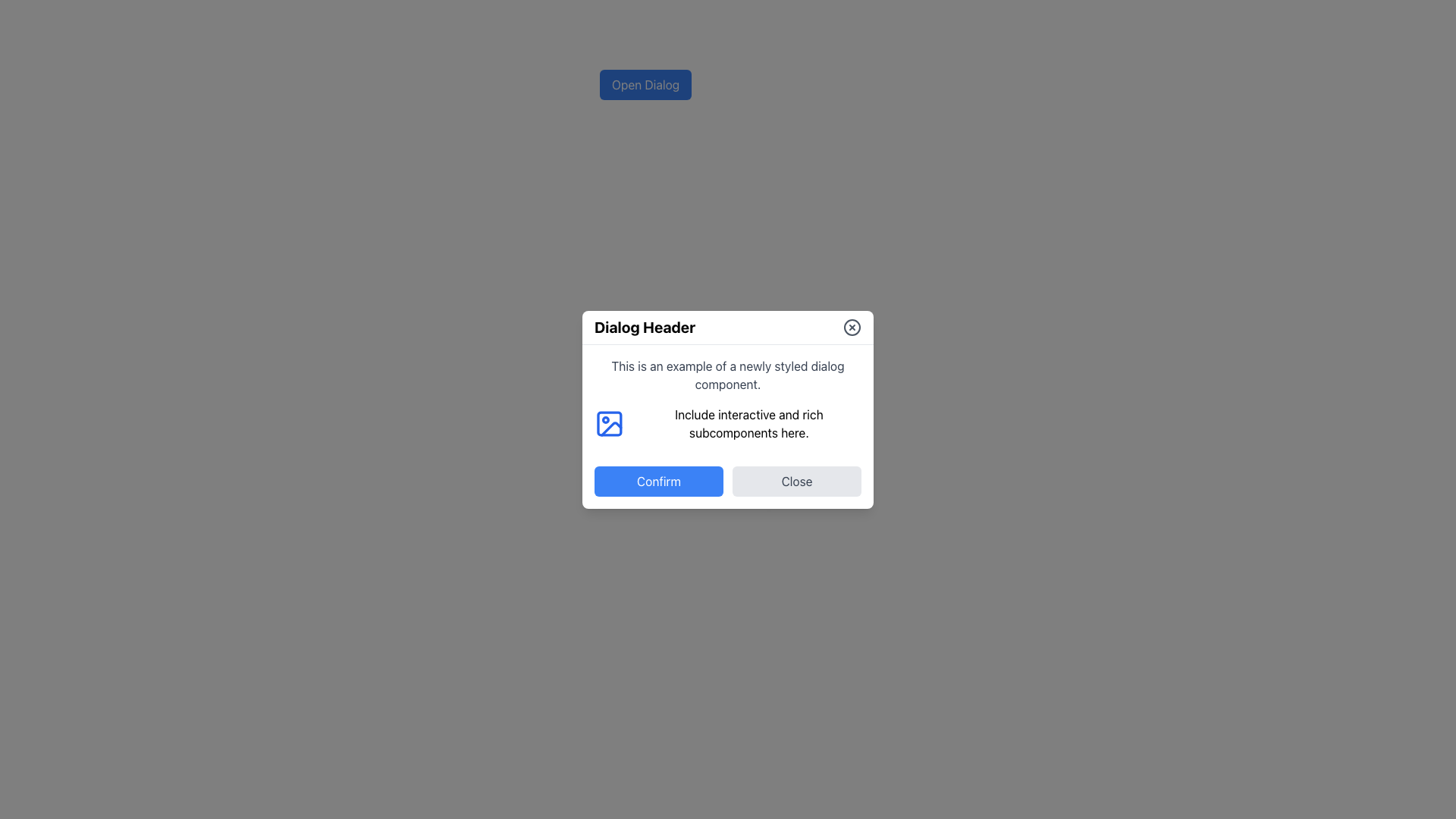 Image resolution: width=1456 pixels, height=819 pixels. What do you see at coordinates (796, 480) in the screenshot?
I see `the 'Close' button located in the bottom-right corner of the dialog box` at bounding box center [796, 480].